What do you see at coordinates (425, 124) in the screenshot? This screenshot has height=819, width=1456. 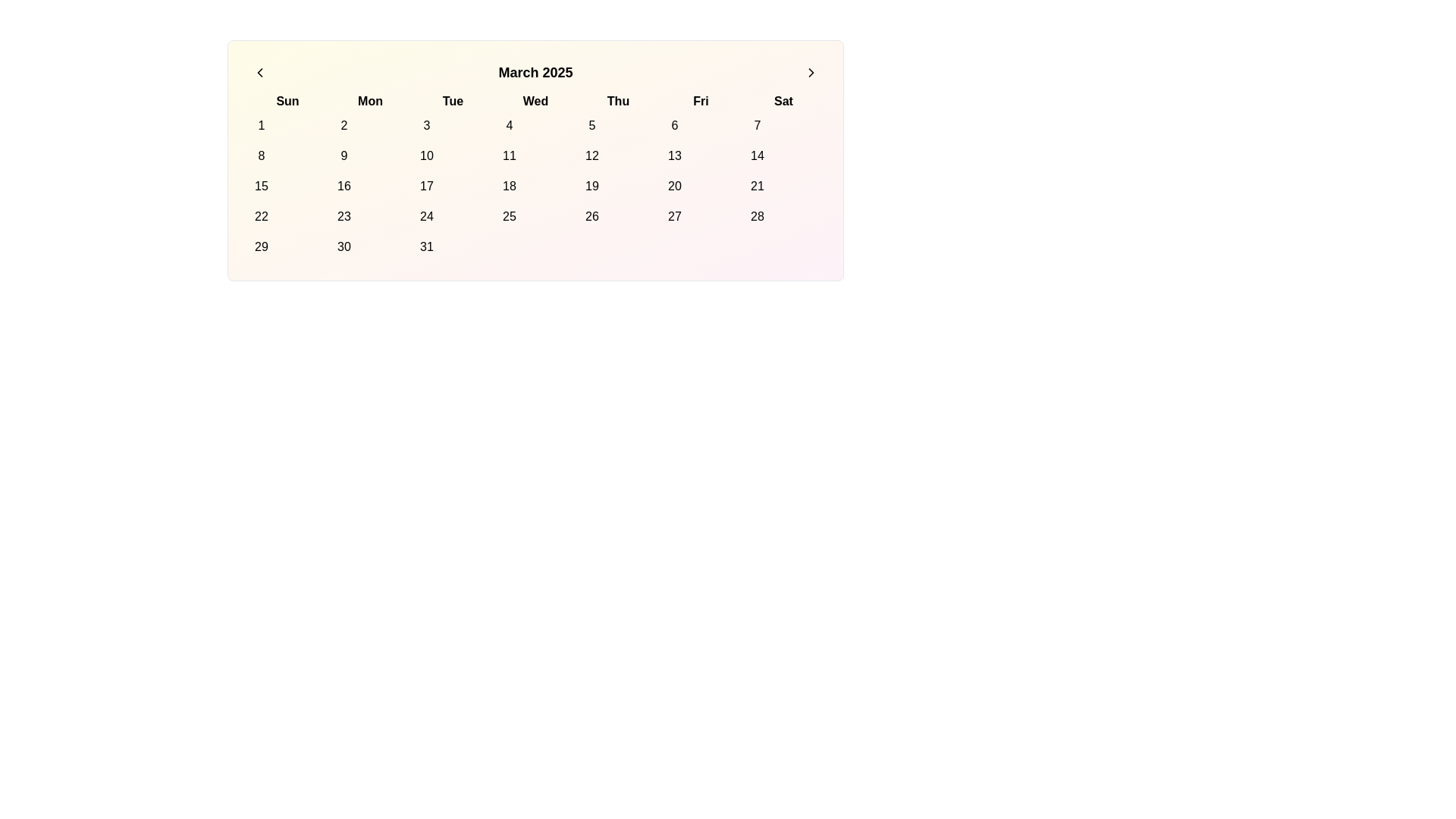 I see `the button representing the date '3' in the calendar under the 'Tue' column to trigger a background color change` at bounding box center [425, 124].